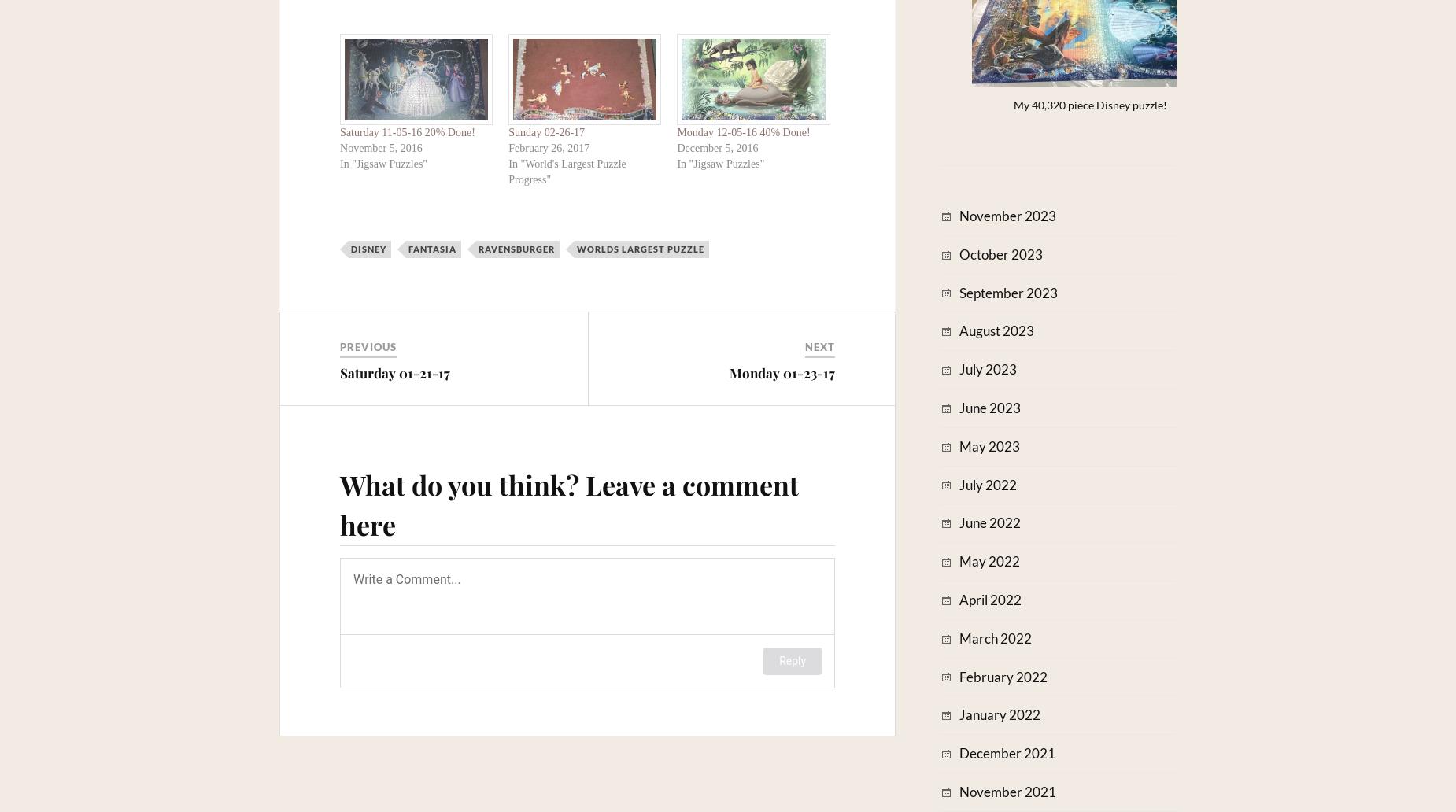  What do you see at coordinates (1007, 216) in the screenshot?
I see `'November 2023'` at bounding box center [1007, 216].